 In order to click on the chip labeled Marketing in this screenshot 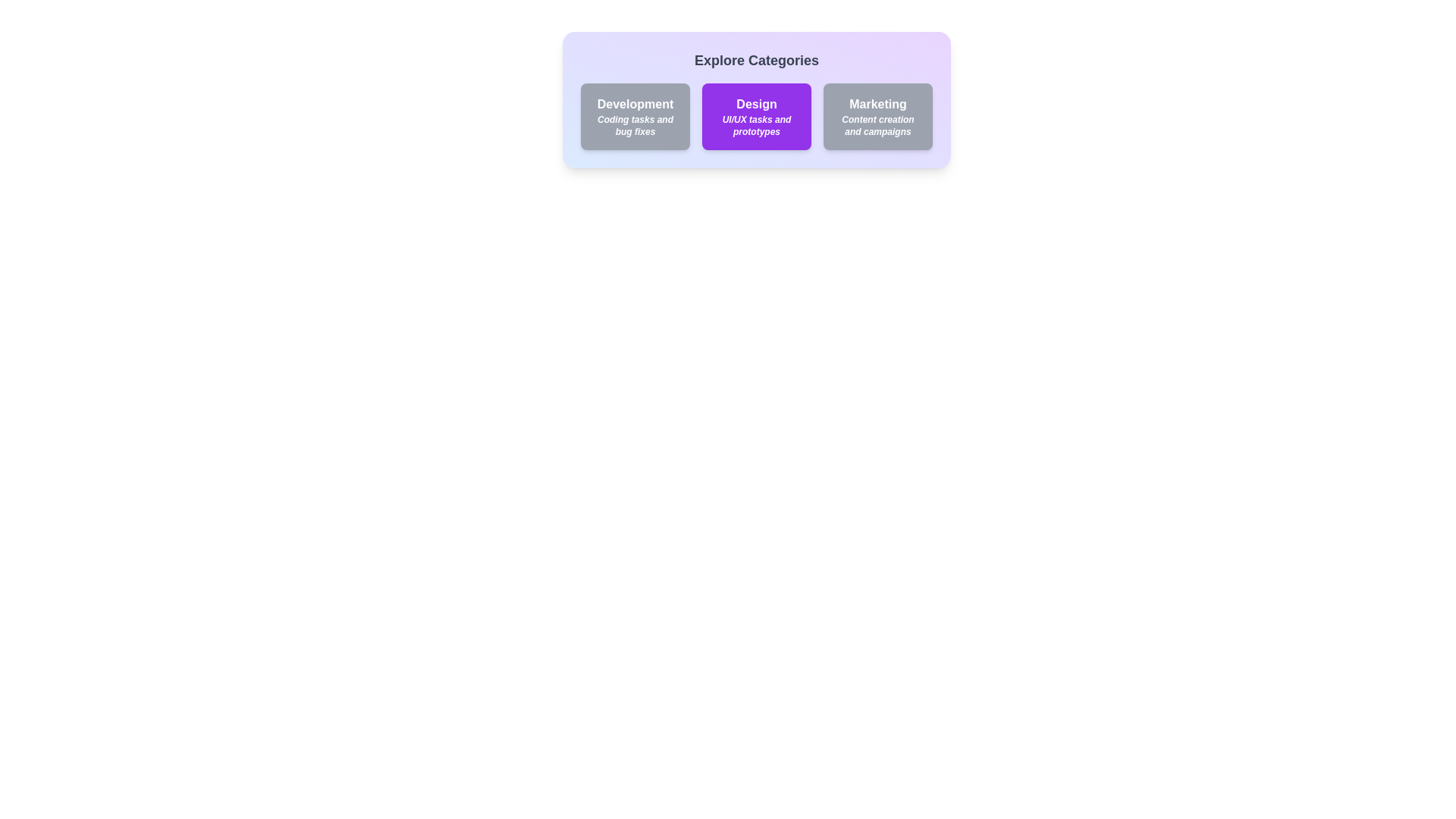, I will do `click(877, 116)`.